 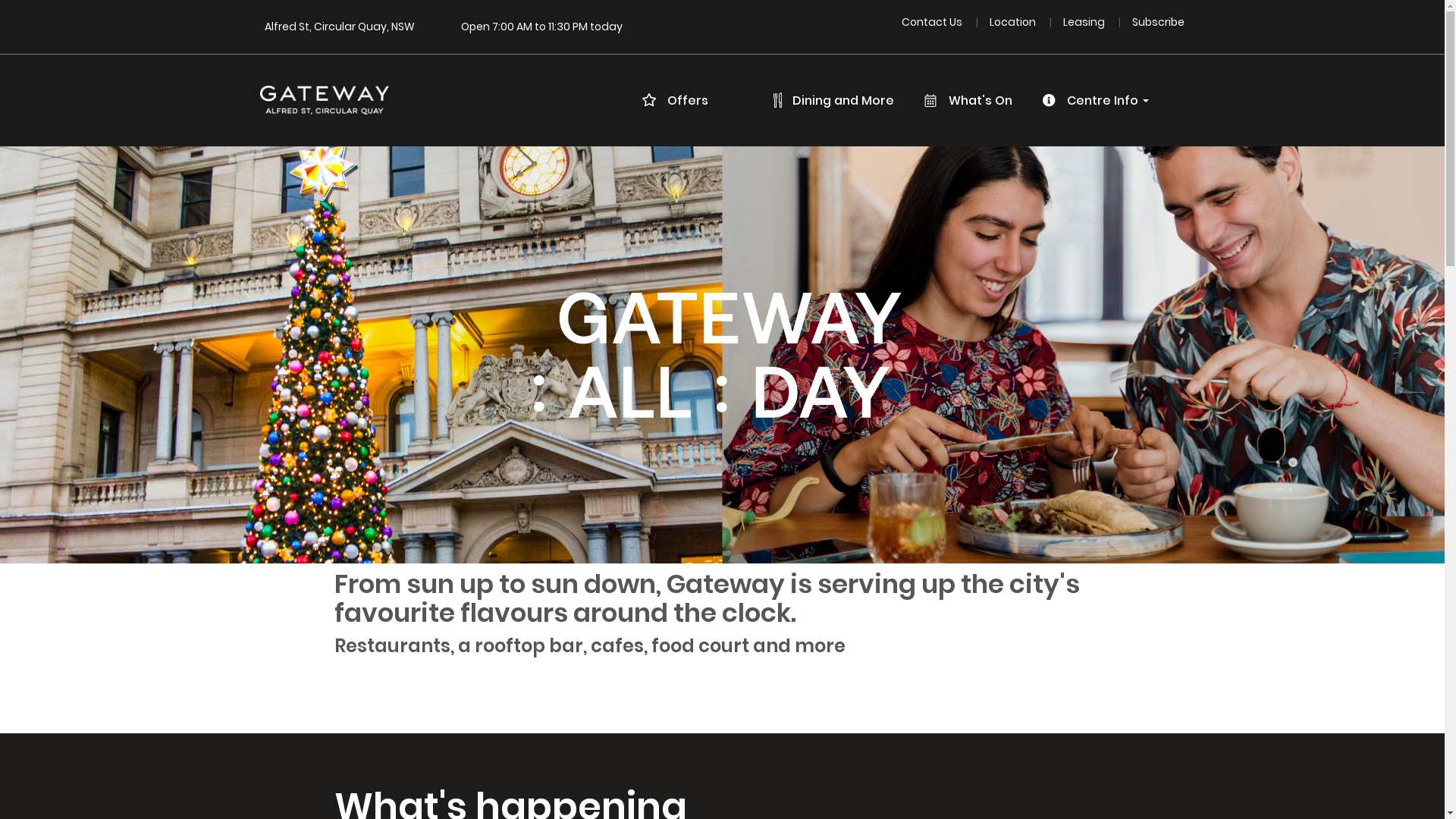 I want to click on 'Leasing', so click(x=1062, y=22).